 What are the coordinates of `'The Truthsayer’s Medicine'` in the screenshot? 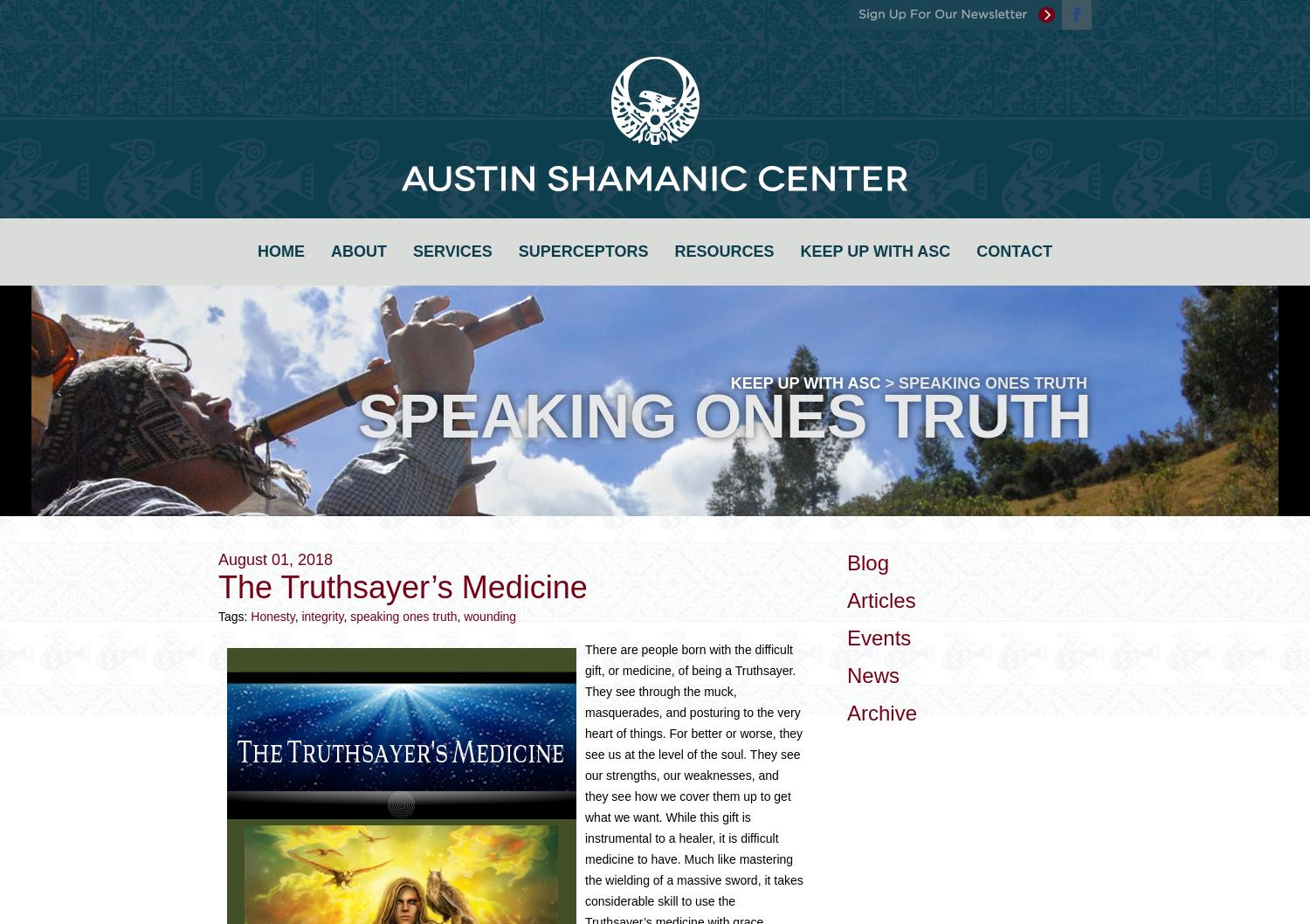 It's located at (401, 586).